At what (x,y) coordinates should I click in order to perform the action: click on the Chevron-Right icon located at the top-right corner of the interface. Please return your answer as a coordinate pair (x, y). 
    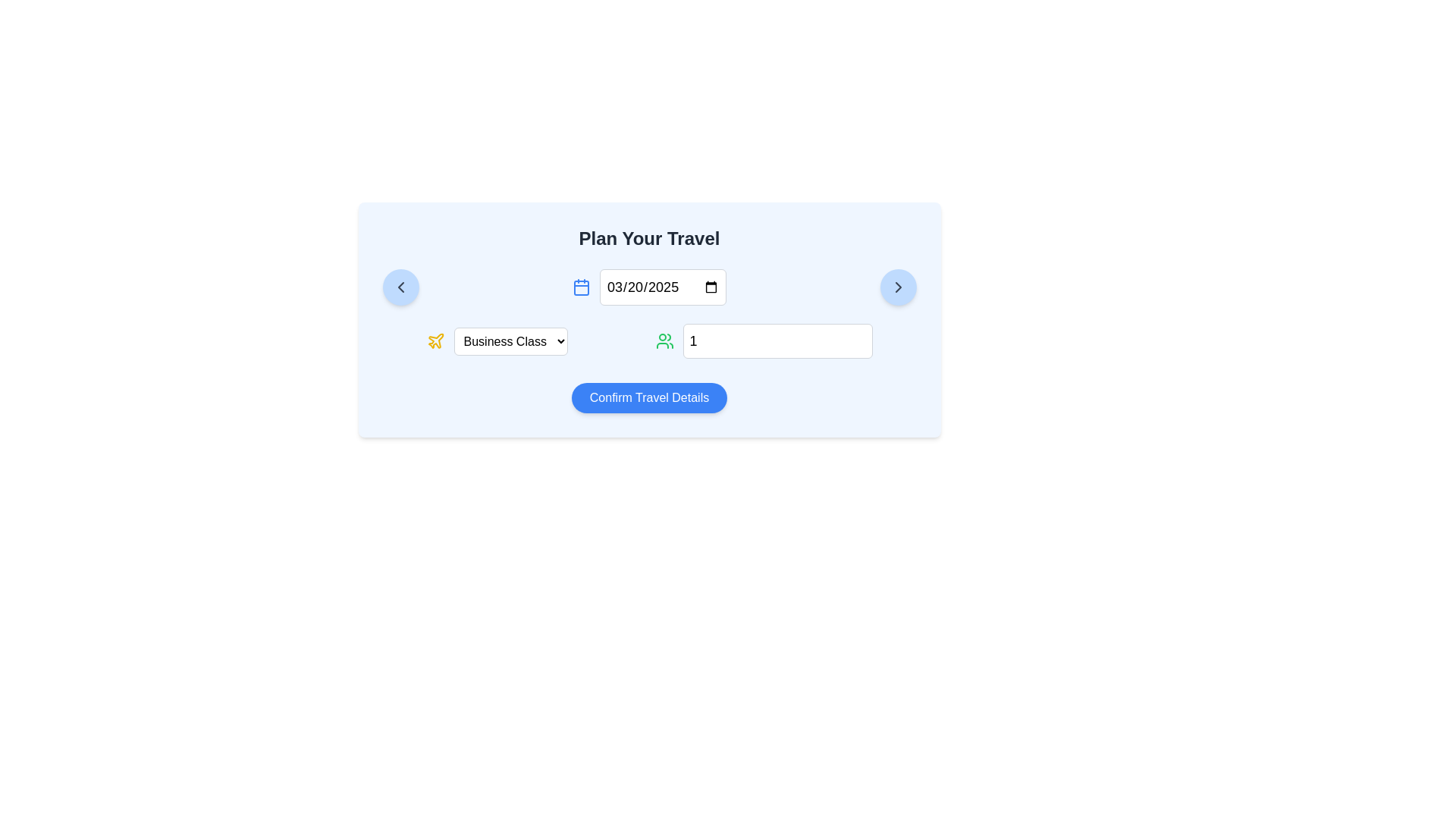
    Looking at the image, I should click on (898, 287).